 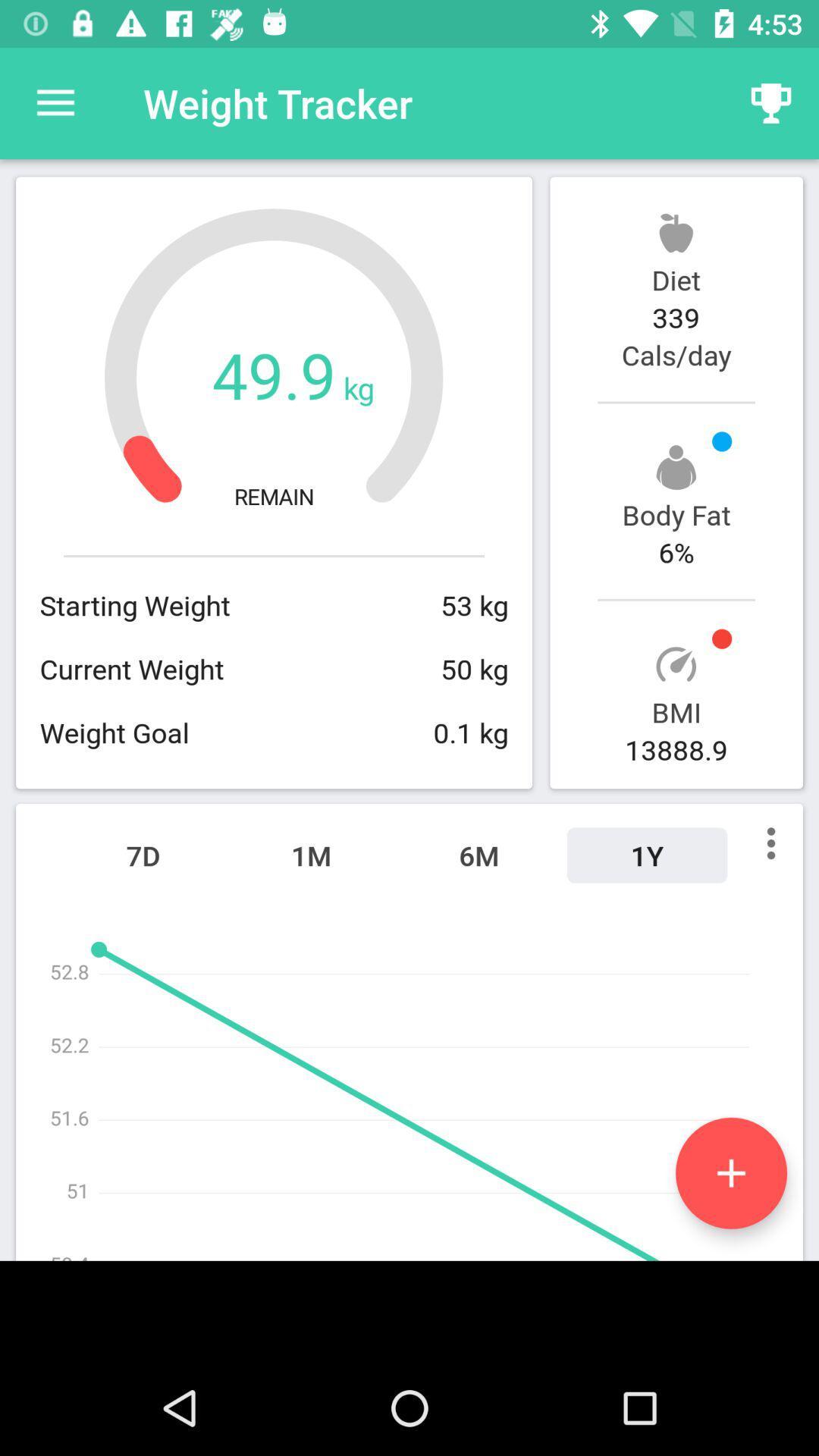 I want to click on icon below 1y icon, so click(x=730, y=1172).